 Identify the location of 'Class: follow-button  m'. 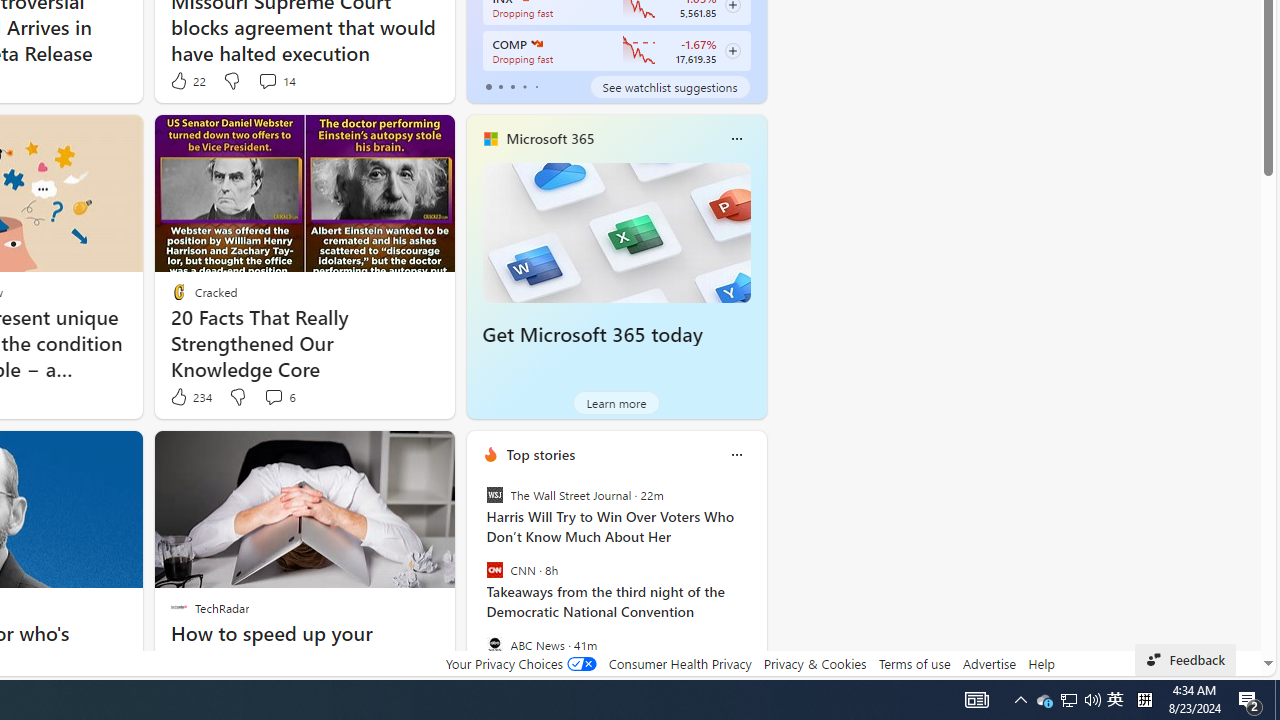
(731, 50).